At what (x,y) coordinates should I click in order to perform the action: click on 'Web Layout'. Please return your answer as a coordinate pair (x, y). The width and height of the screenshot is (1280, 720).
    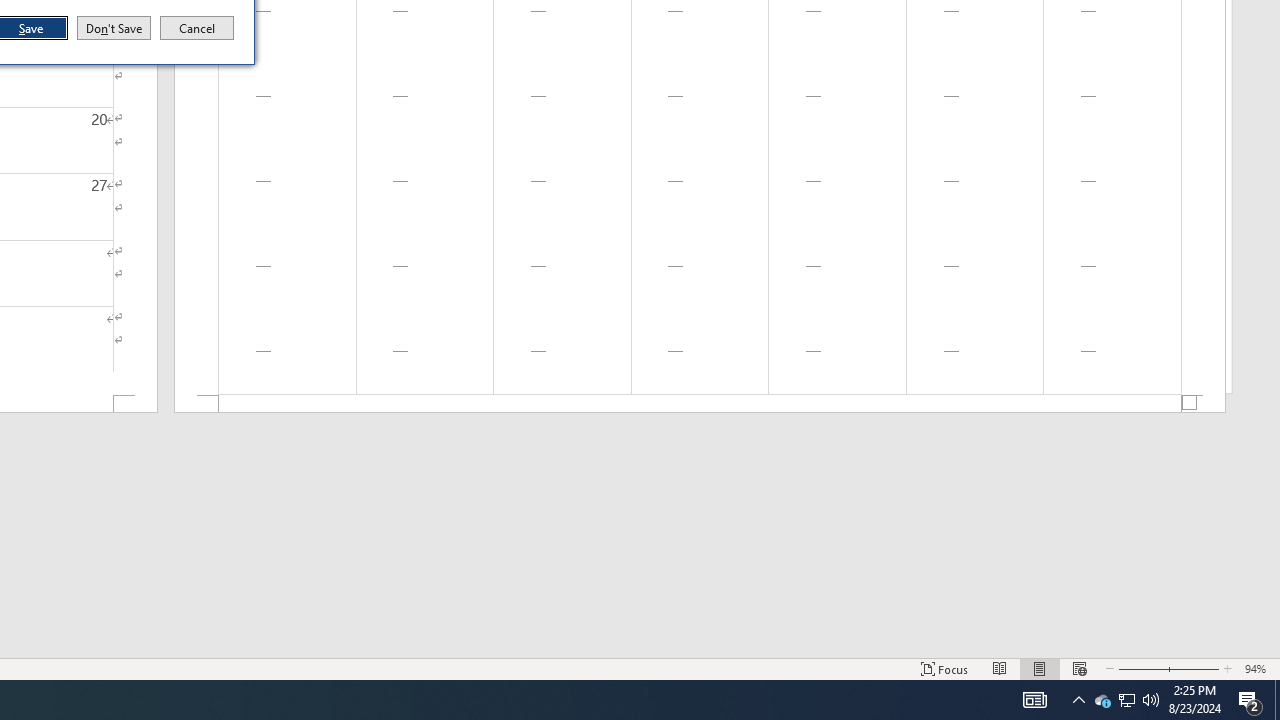
    Looking at the image, I should click on (1078, 669).